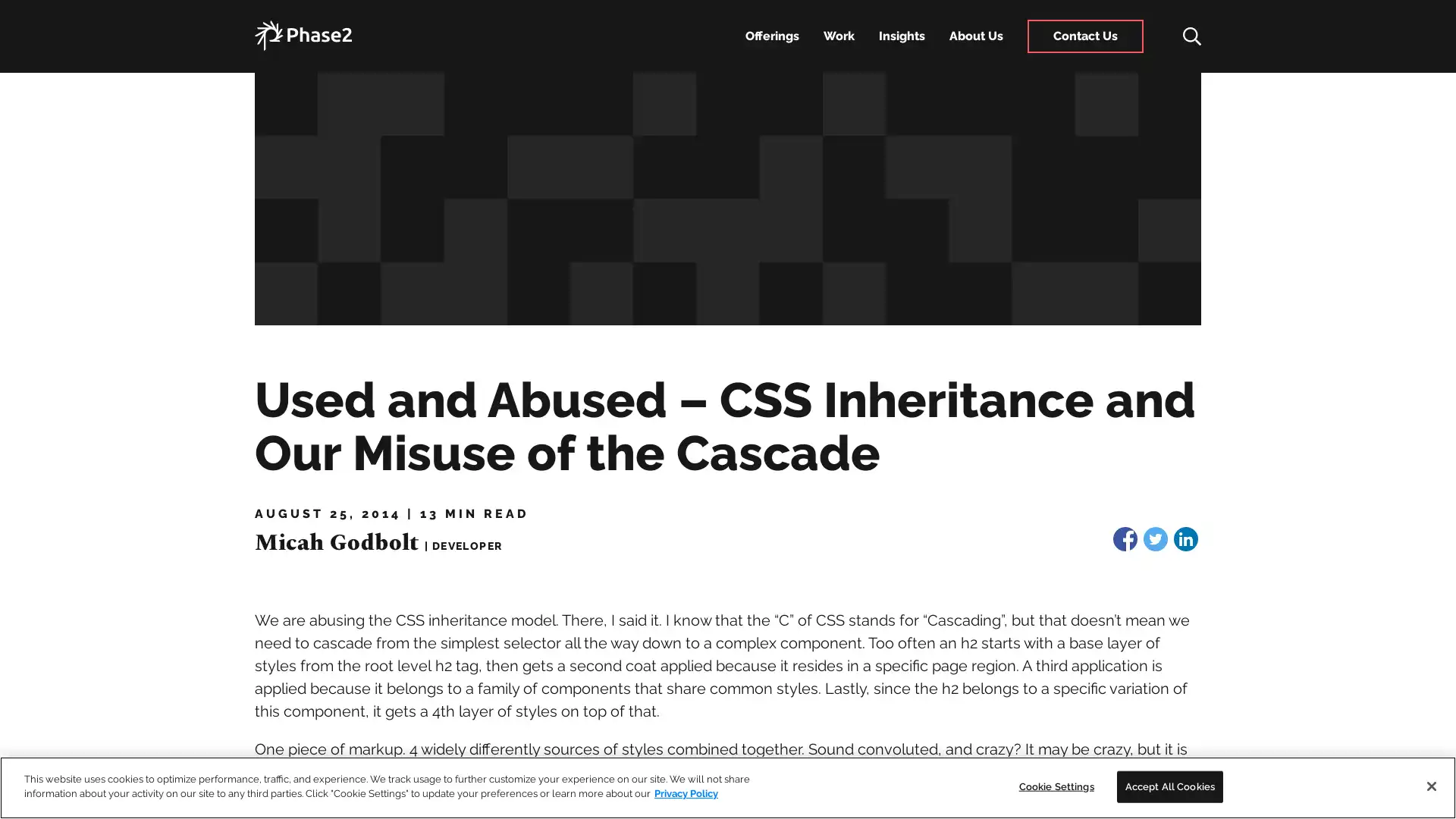 The image size is (1456, 819). What do you see at coordinates (1183, 35) in the screenshot?
I see `trigger modal` at bounding box center [1183, 35].